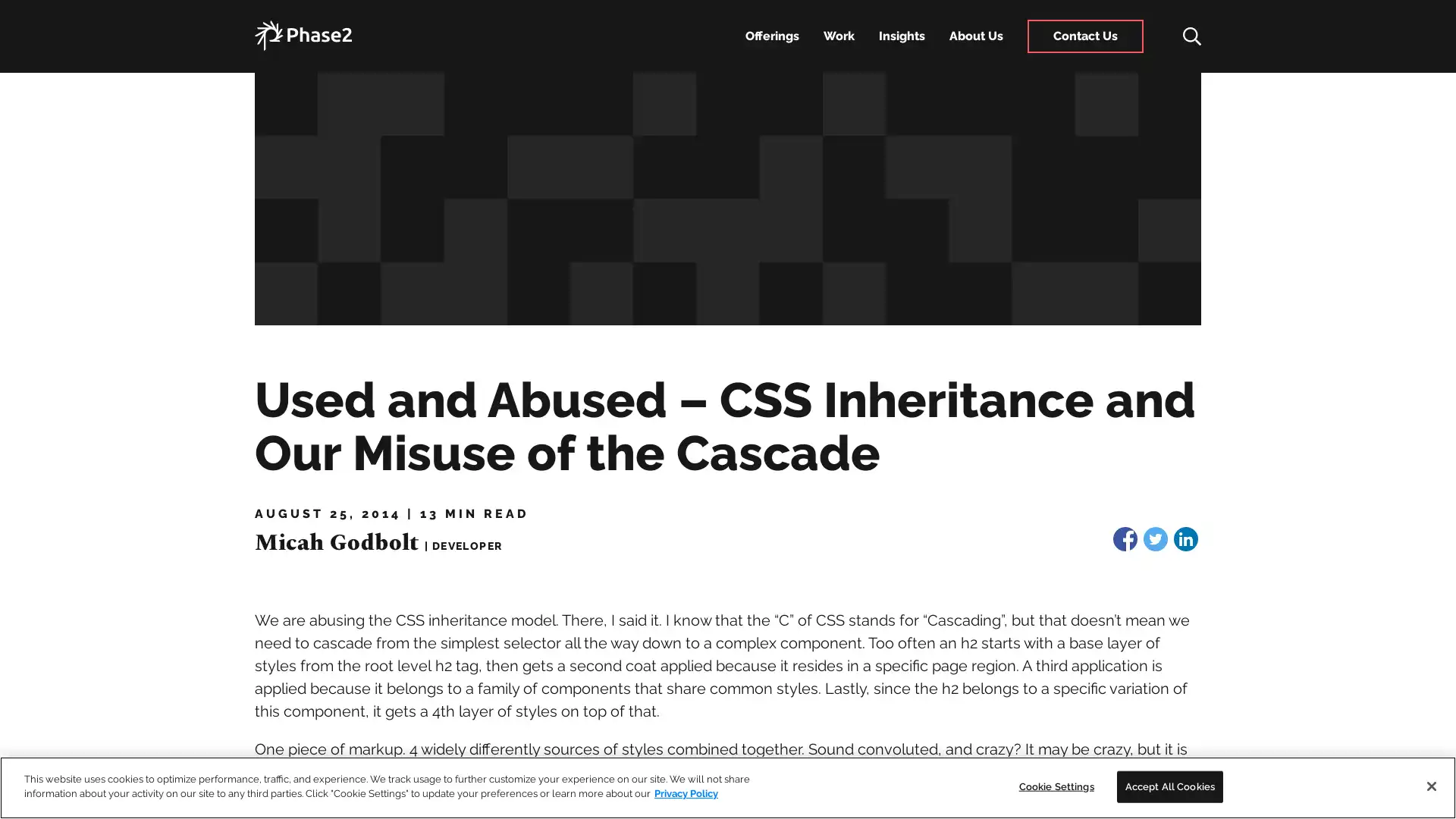 The image size is (1456, 819). What do you see at coordinates (1183, 35) in the screenshot?
I see `trigger modal` at bounding box center [1183, 35].